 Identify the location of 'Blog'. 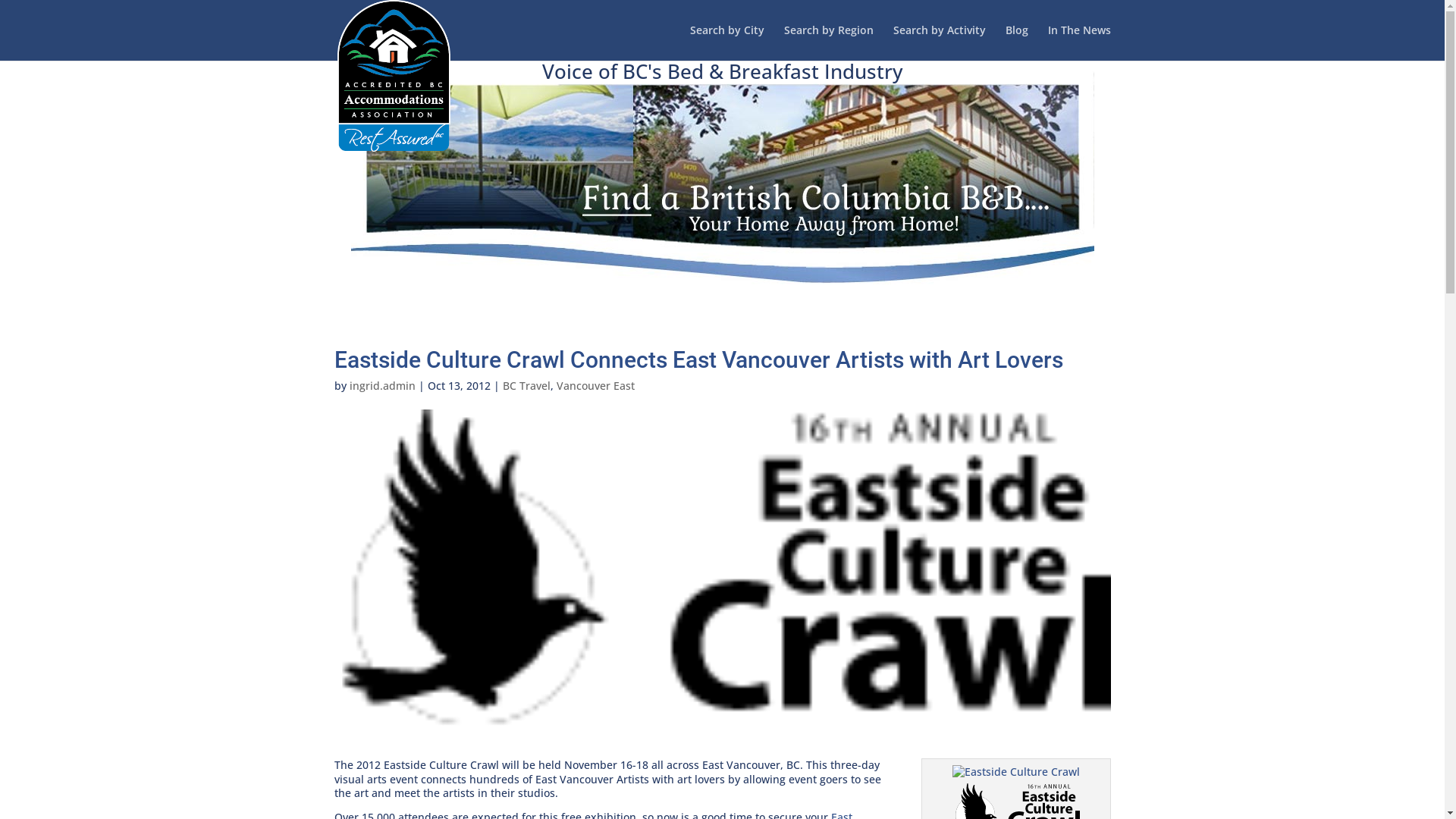
(1005, 42).